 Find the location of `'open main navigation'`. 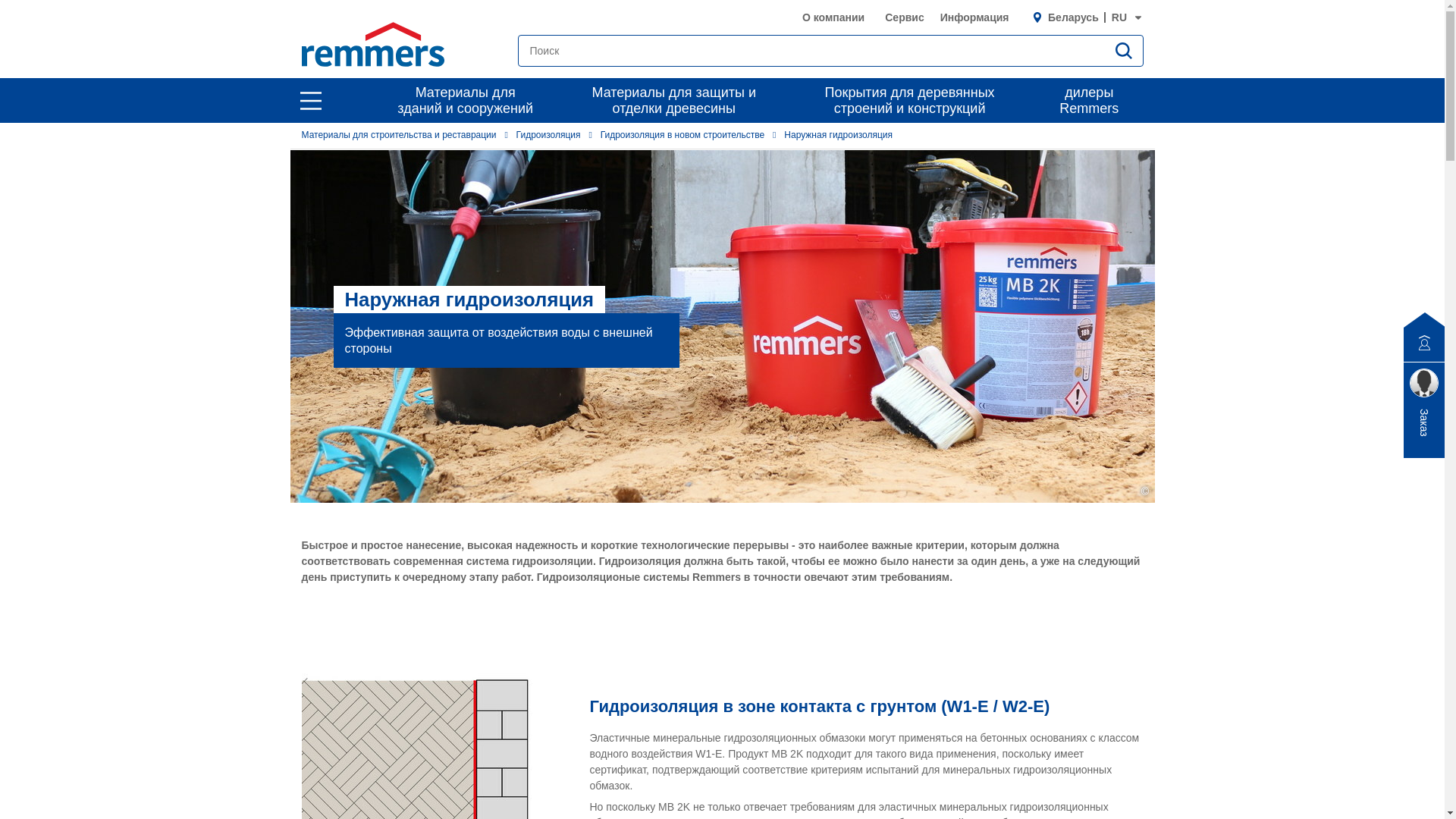

'open main navigation' is located at coordinates (309, 100).